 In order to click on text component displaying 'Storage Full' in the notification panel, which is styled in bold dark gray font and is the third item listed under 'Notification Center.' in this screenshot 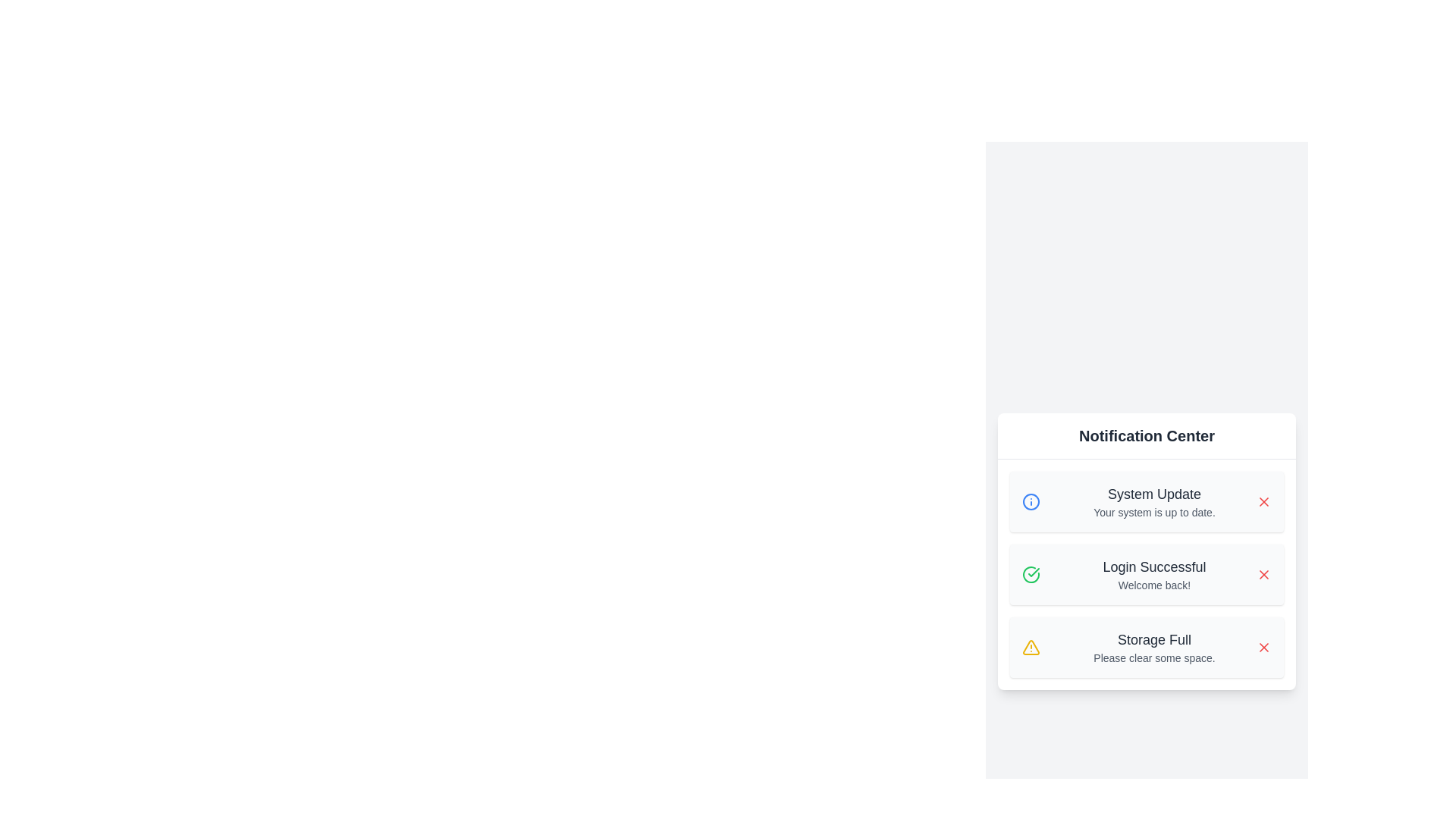, I will do `click(1153, 639)`.